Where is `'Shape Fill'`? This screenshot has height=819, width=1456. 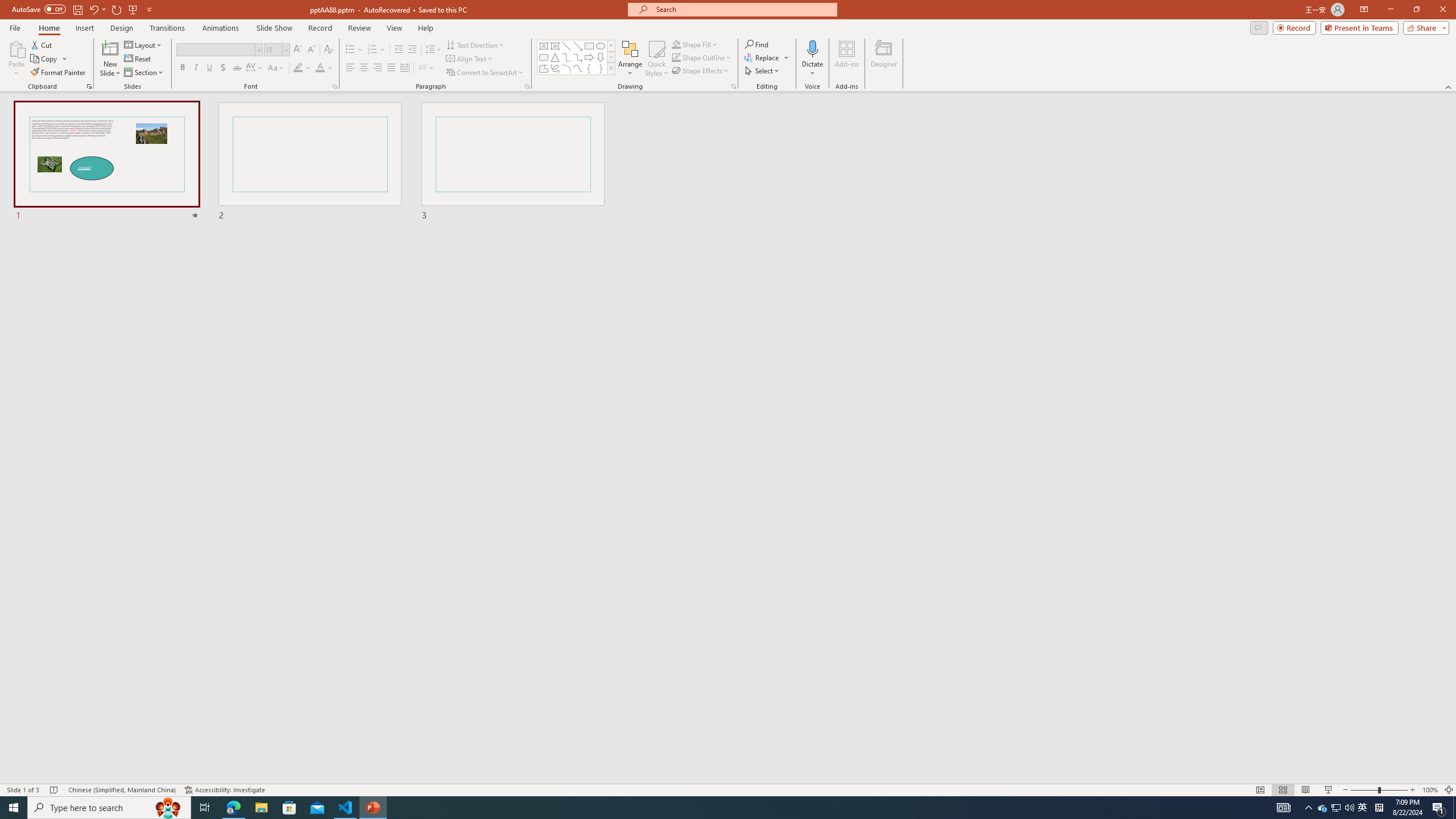 'Shape Fill' is located at coordinates (695, 44).